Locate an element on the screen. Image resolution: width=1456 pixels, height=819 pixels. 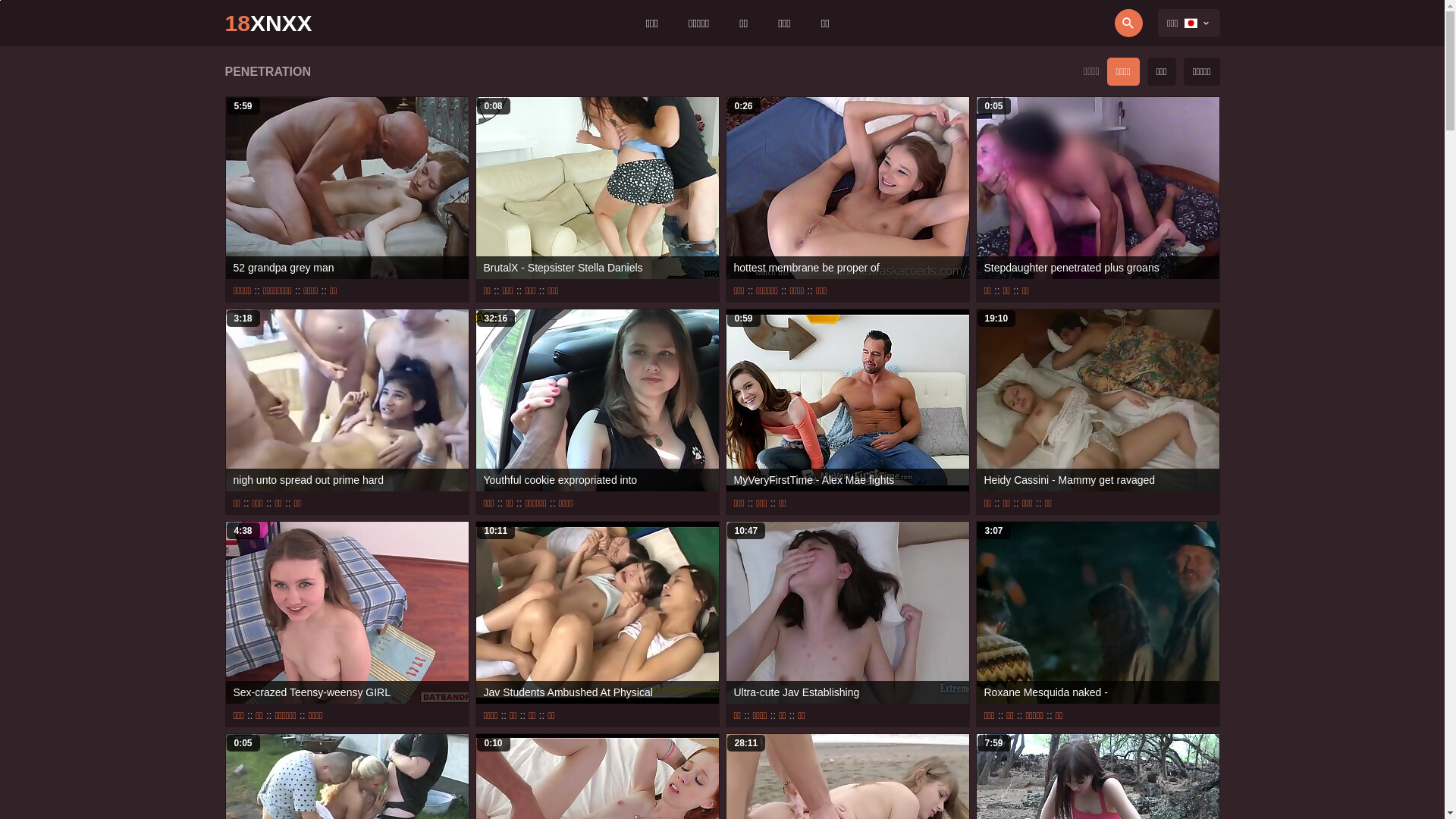
'0:26 is located at coordinates (847, 187).